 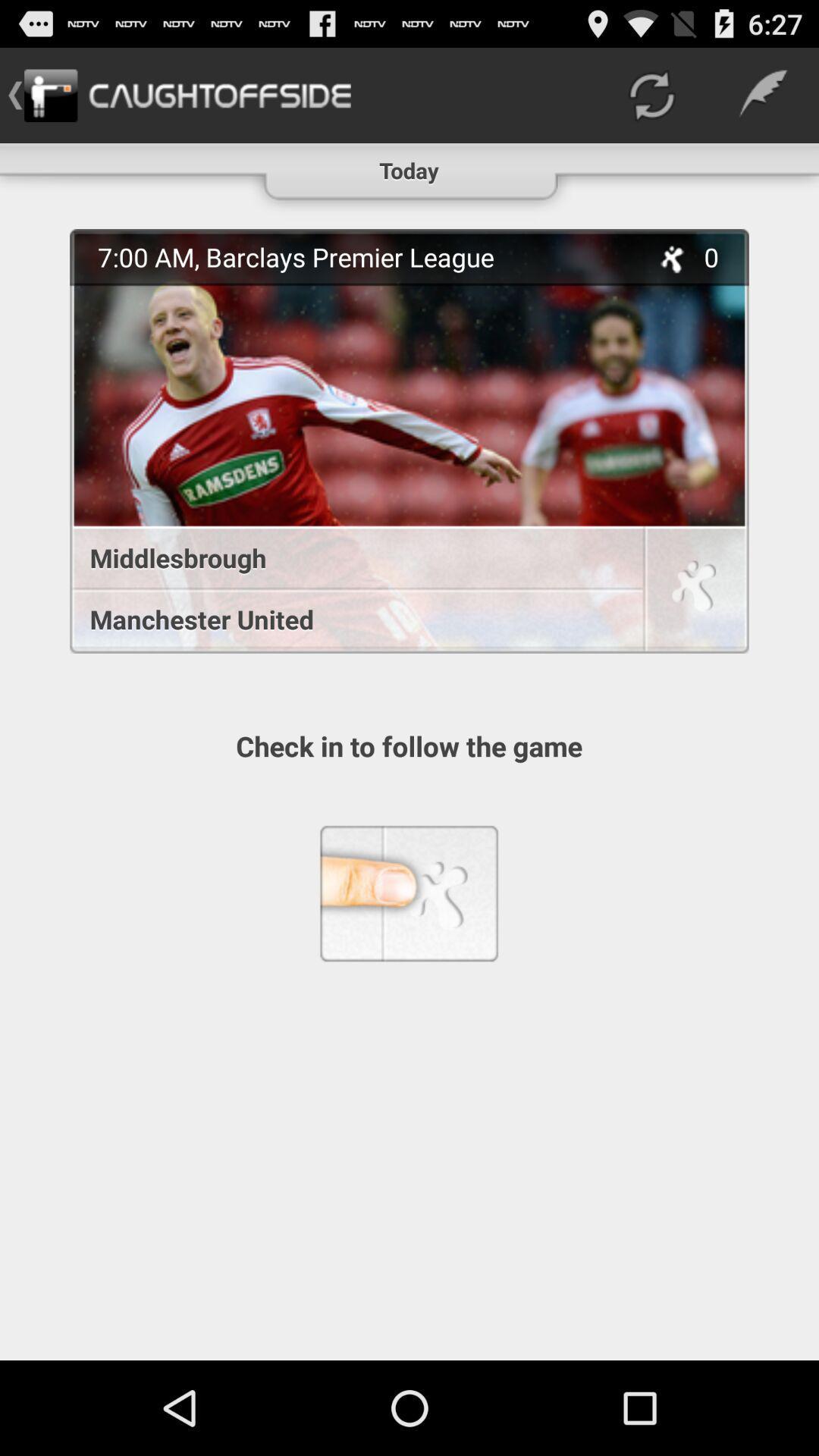 I want to click on the icon below middlesbrough app, so click(x=348, y=619).